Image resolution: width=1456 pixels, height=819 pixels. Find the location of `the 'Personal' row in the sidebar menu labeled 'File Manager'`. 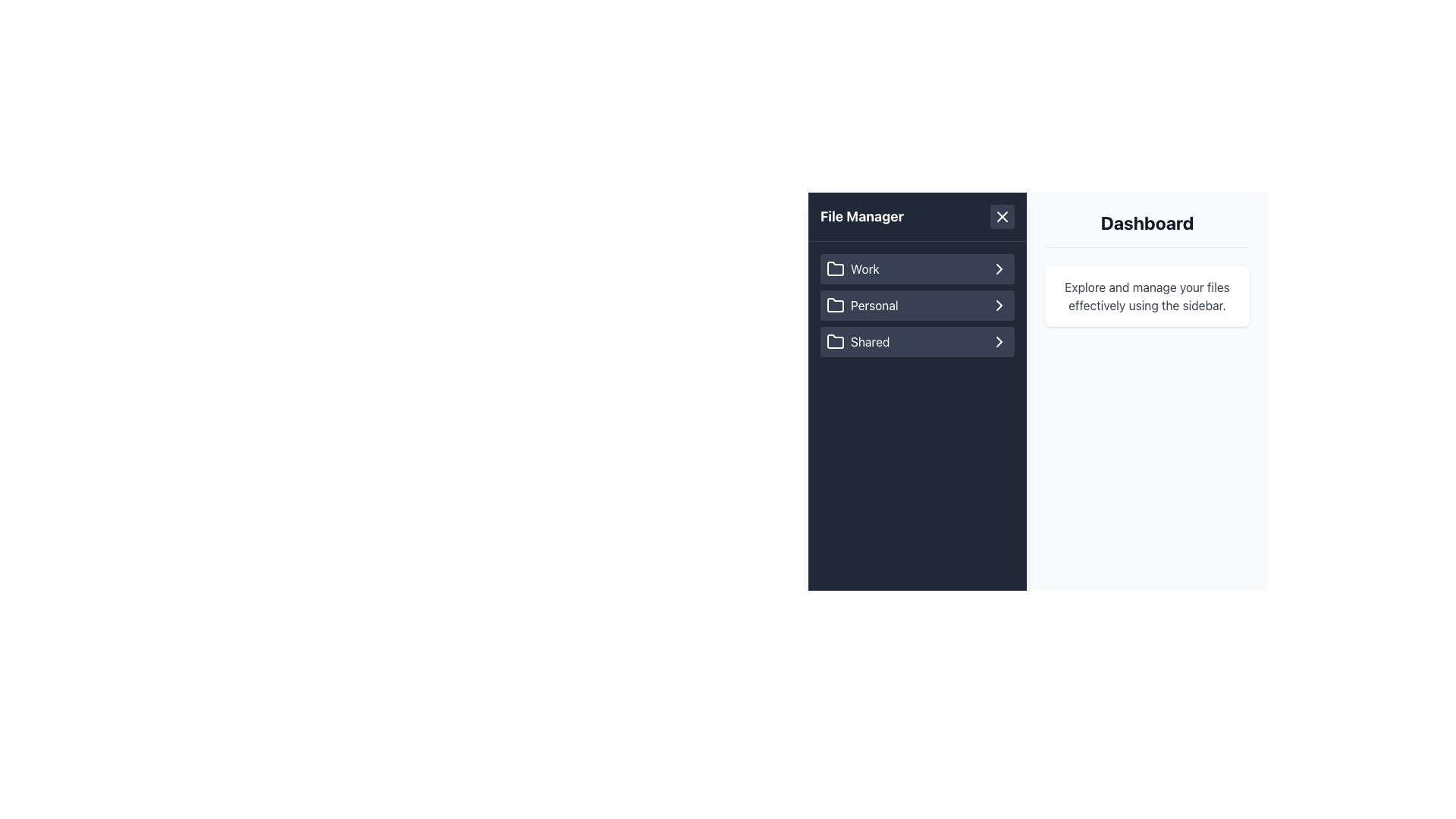

the 'Personal' row in the sidebar menu labeled 'File Manager' is located at coordinates (916, 305).